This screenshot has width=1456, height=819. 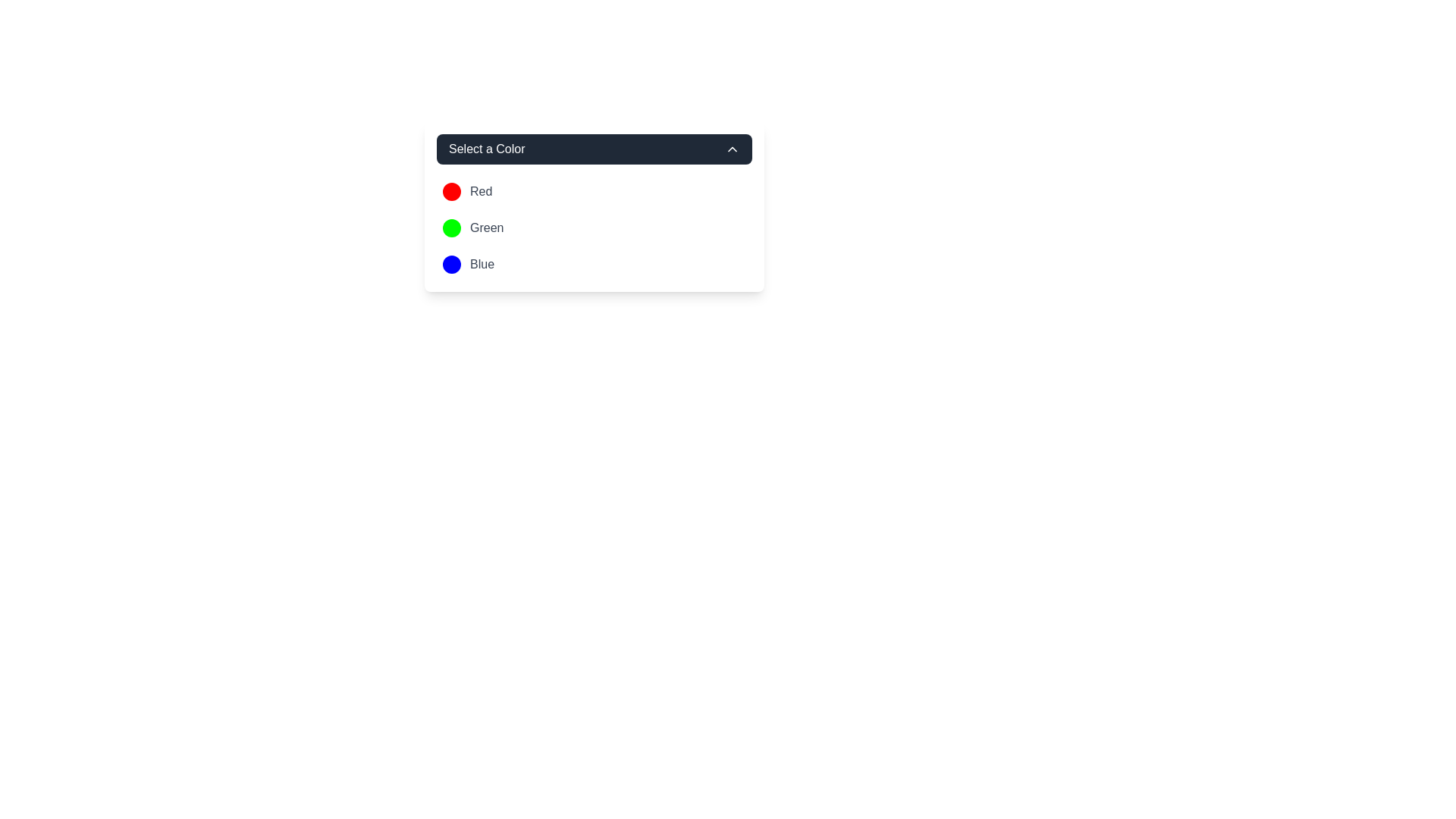 I want to click on the 'Blue' option in the color selection dropdown menu, which is the third item in the list under 'Select a Color', so click(x=468, y=263).